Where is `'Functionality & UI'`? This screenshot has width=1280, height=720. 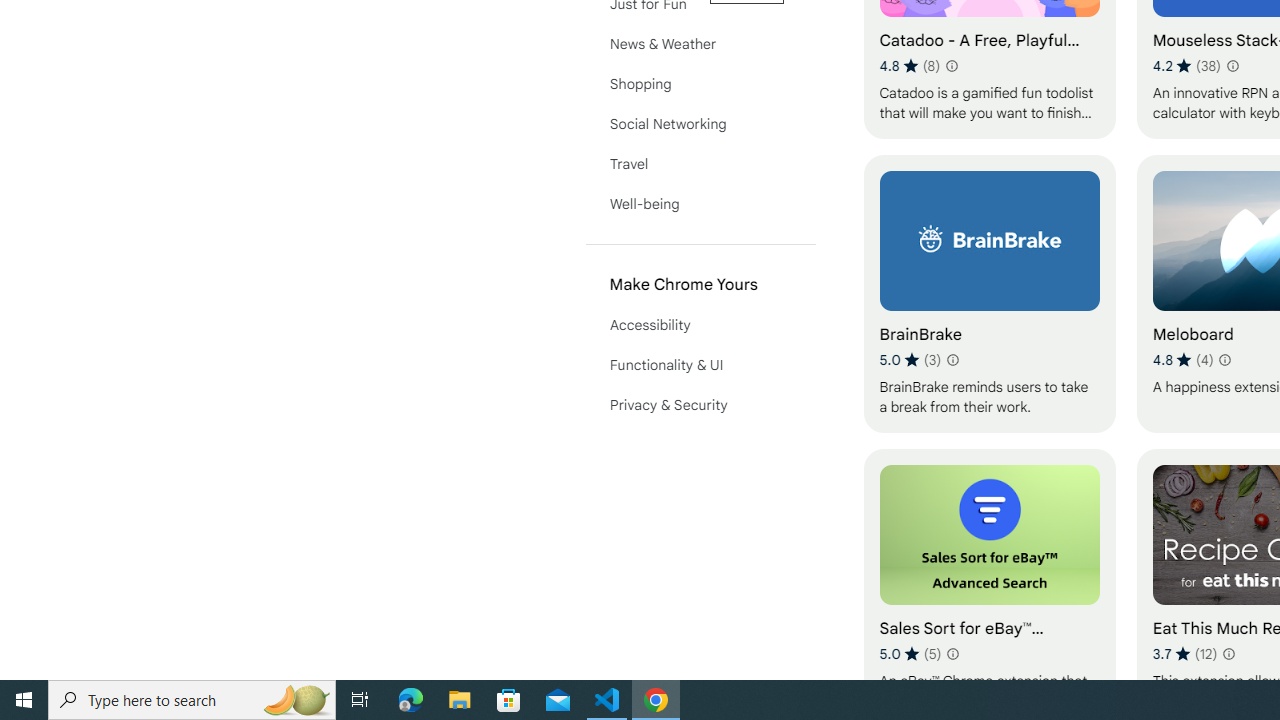
'Functionality & UI' is located at coordinates (700, 365).